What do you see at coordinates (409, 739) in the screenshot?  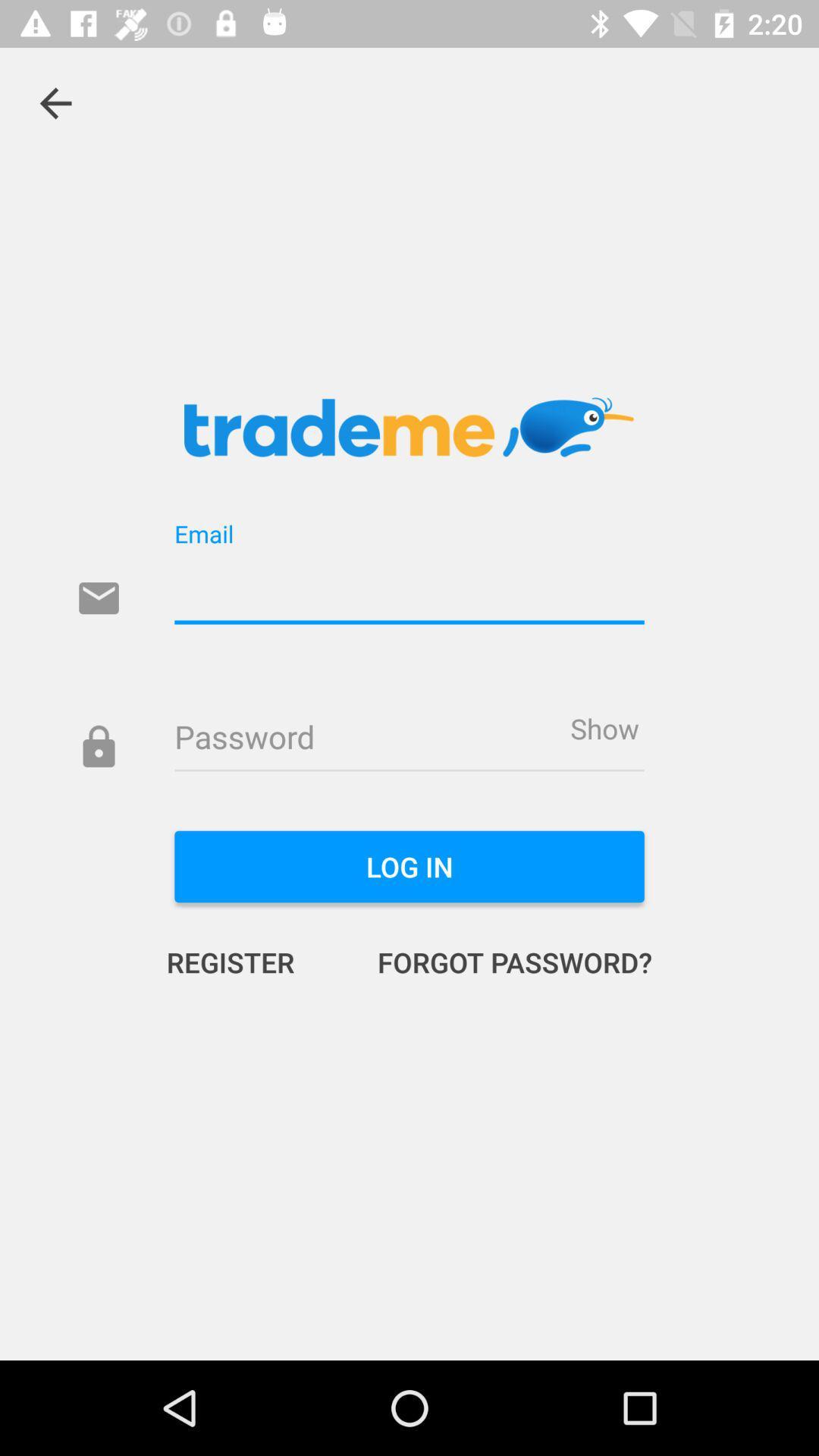 I see `password` at bounding box center [409, 739].